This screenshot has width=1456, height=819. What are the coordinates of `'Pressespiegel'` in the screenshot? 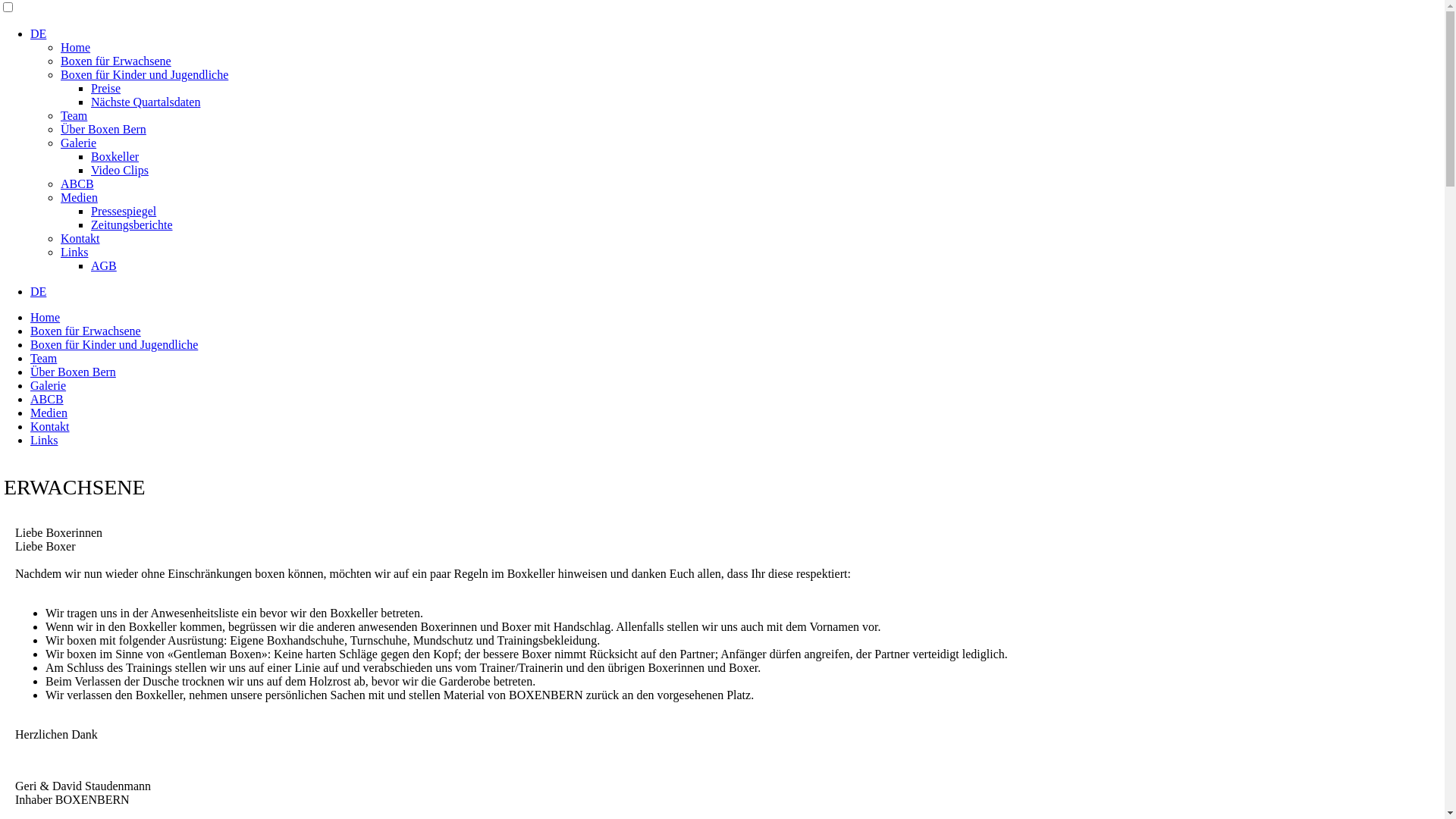 It's located at (124, 211).